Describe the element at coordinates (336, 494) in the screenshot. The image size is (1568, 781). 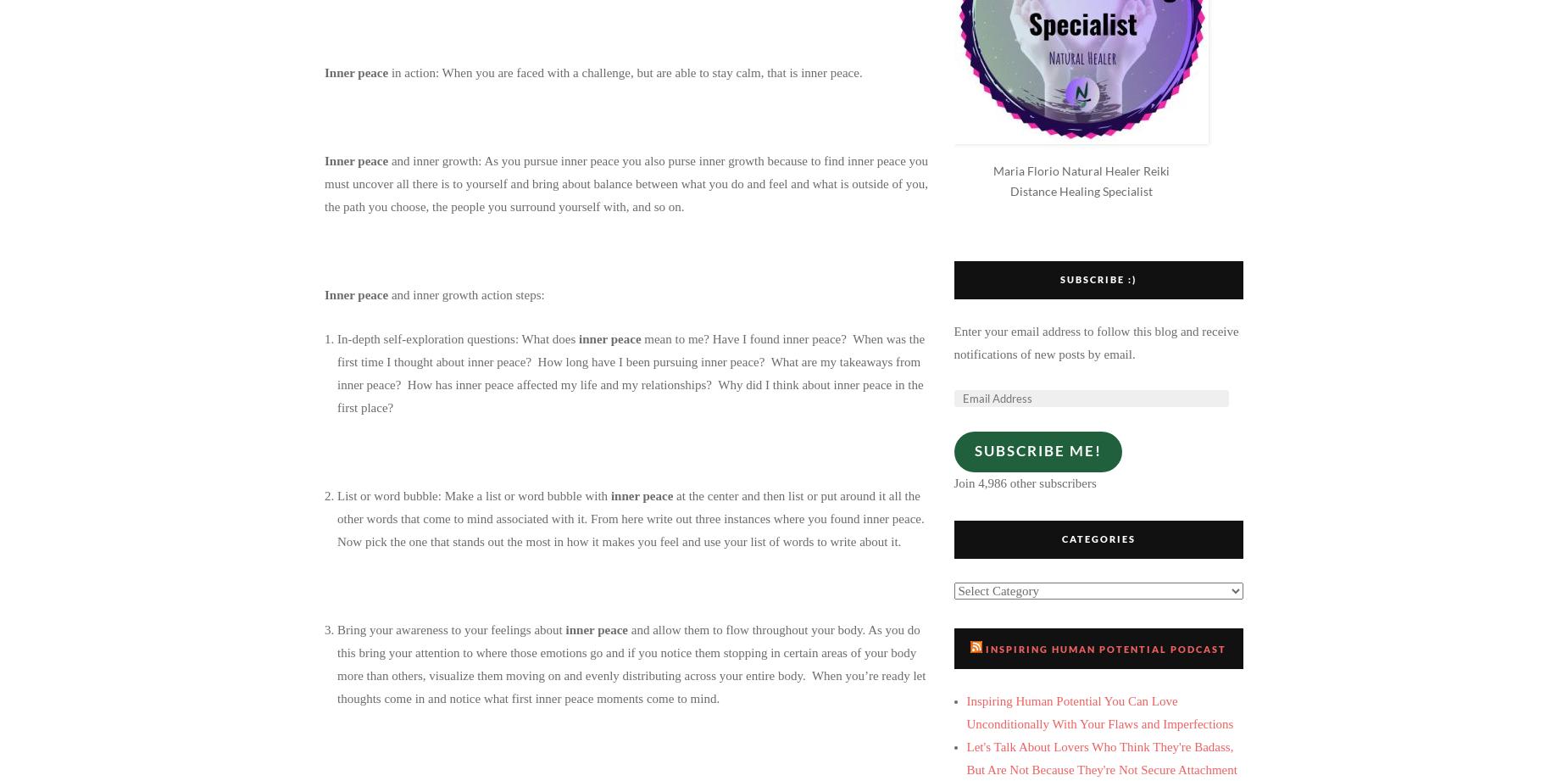
I see `'List or word bubble: Make a list or word bubble with'` at that location.